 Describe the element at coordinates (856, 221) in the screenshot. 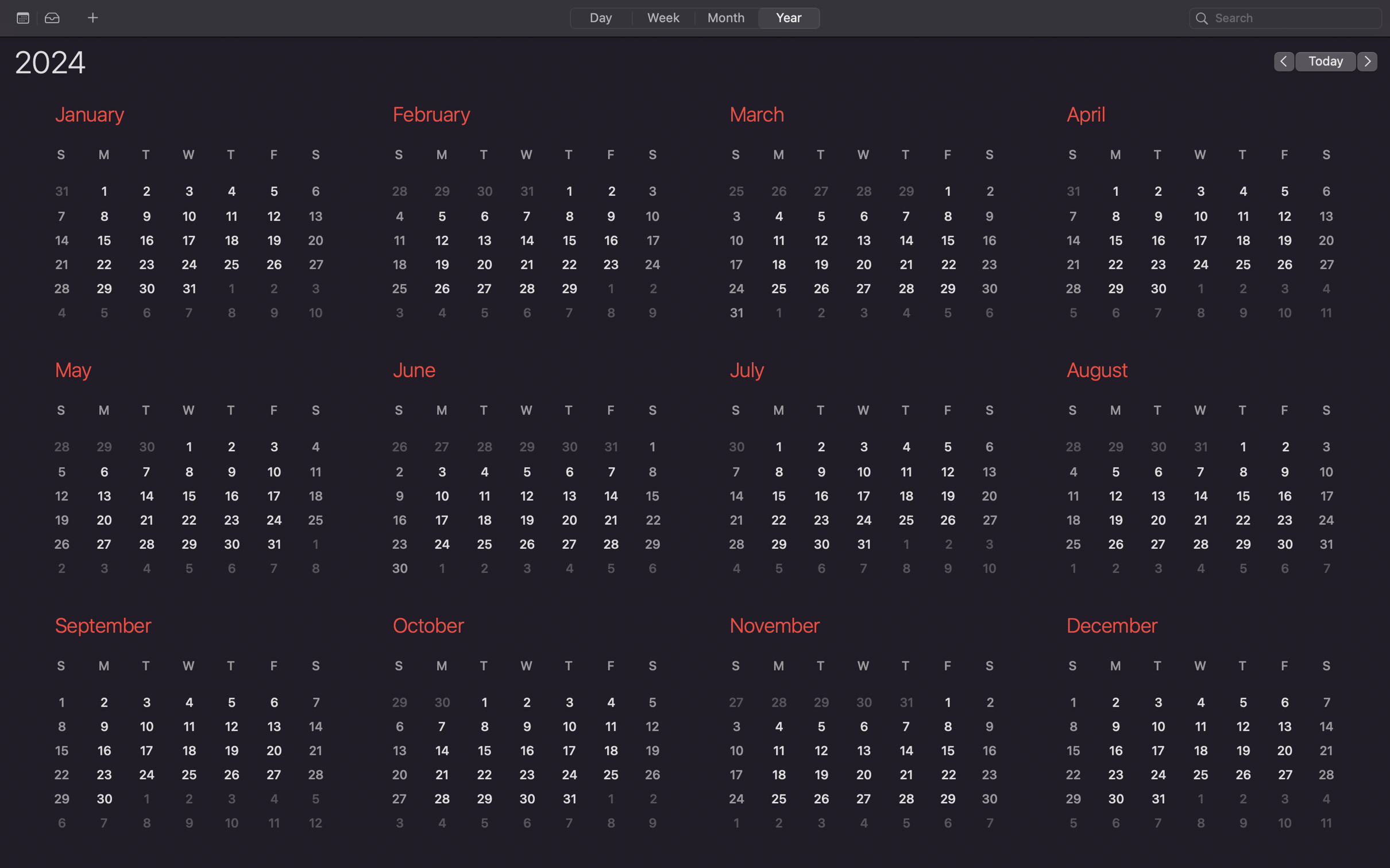

I see `on the March calendar to zoom in` at that location.